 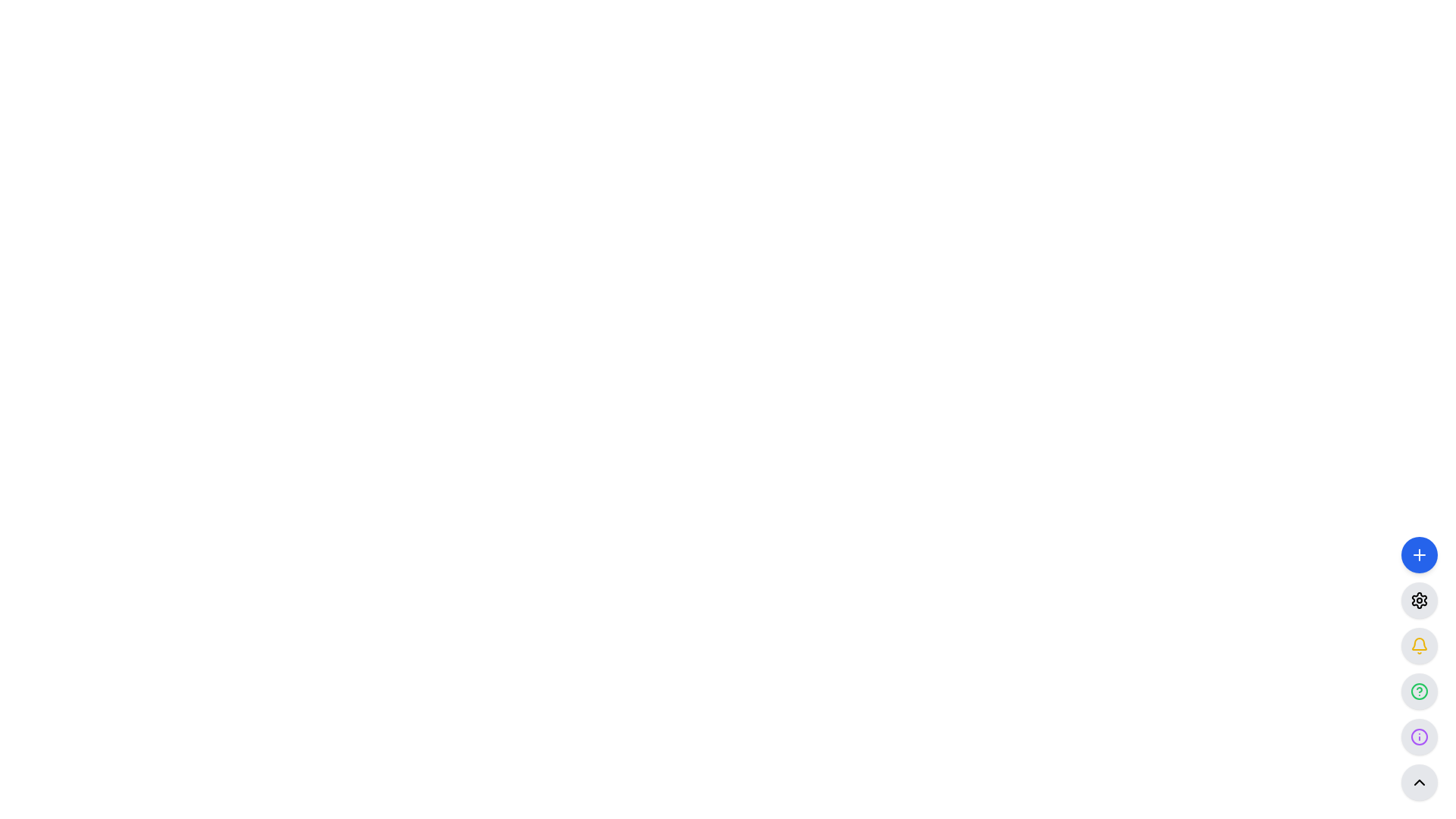 What do you see at coordinates (1419, 783) in the screenshot?
I see `the upward scrolling icon located within the circular button at the bottom right of the vertical stack of buttons` at bounding box center [1419, 783].